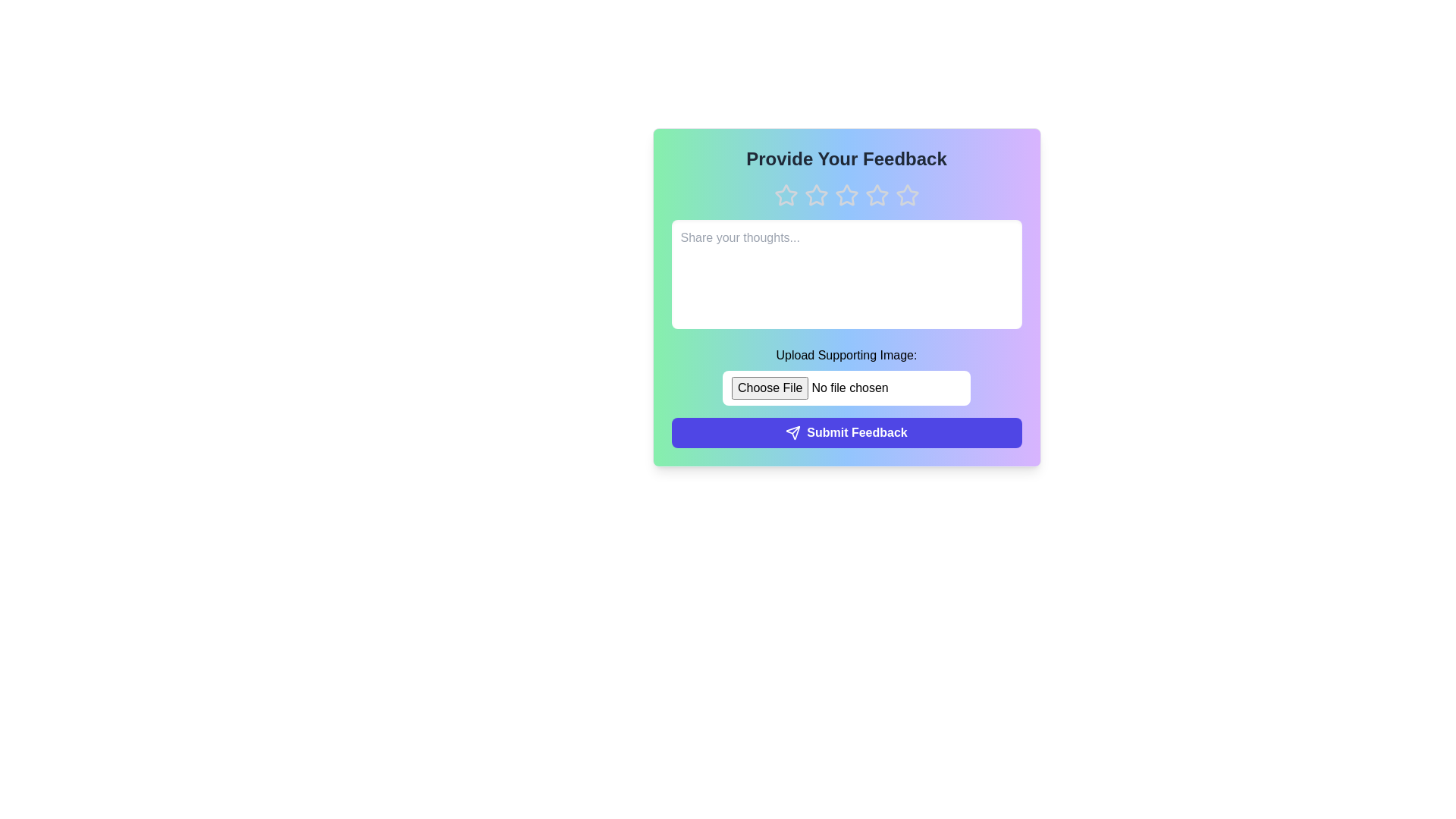  Describe the element at coordinates (907, 195) in the screenshot. I see `the fifth star icon in the 'Provide Your Feedback' section` at that location.